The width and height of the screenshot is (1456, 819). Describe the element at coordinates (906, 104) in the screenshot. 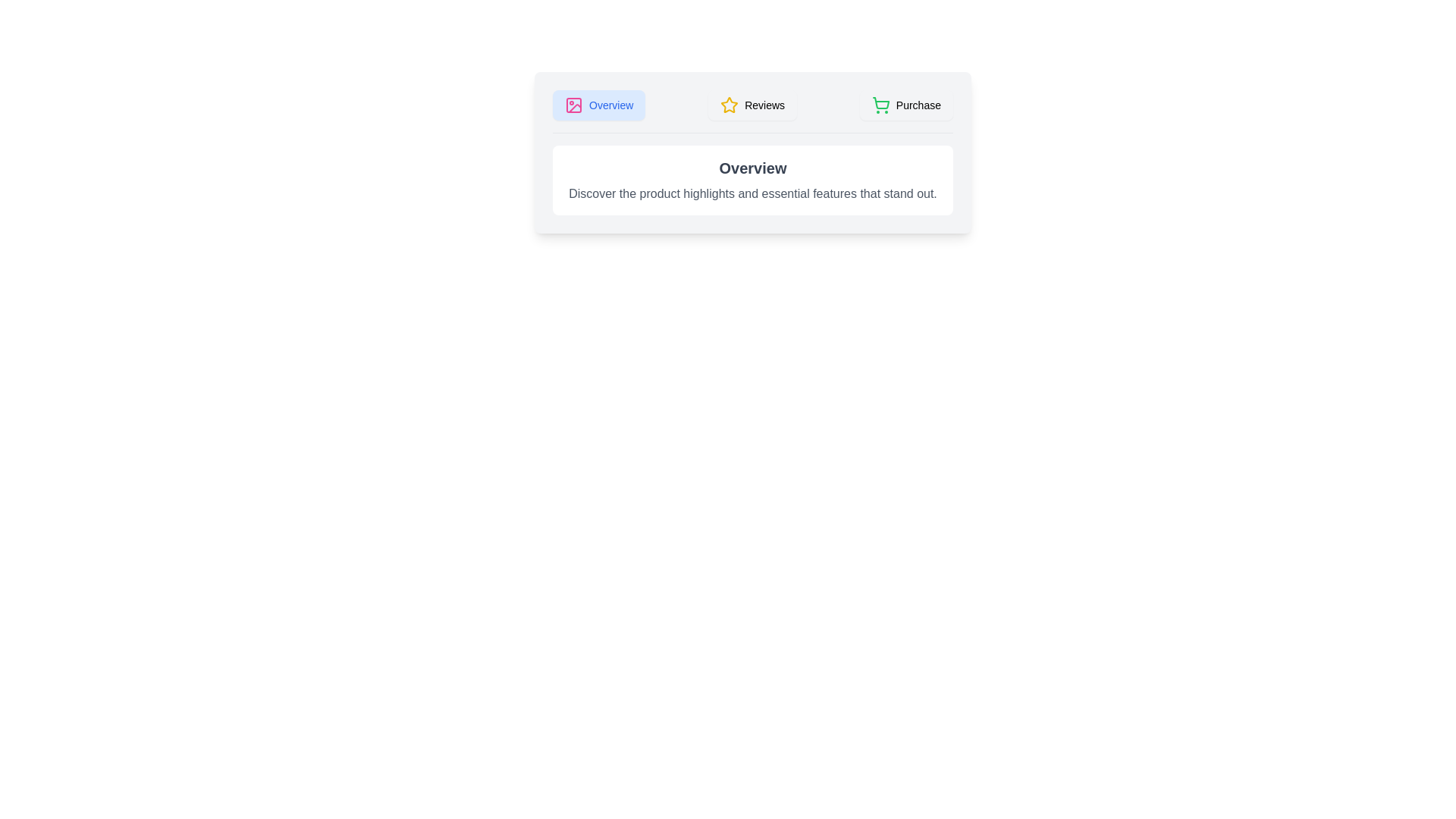

I see `the Purchase tab to view its content` at that location.